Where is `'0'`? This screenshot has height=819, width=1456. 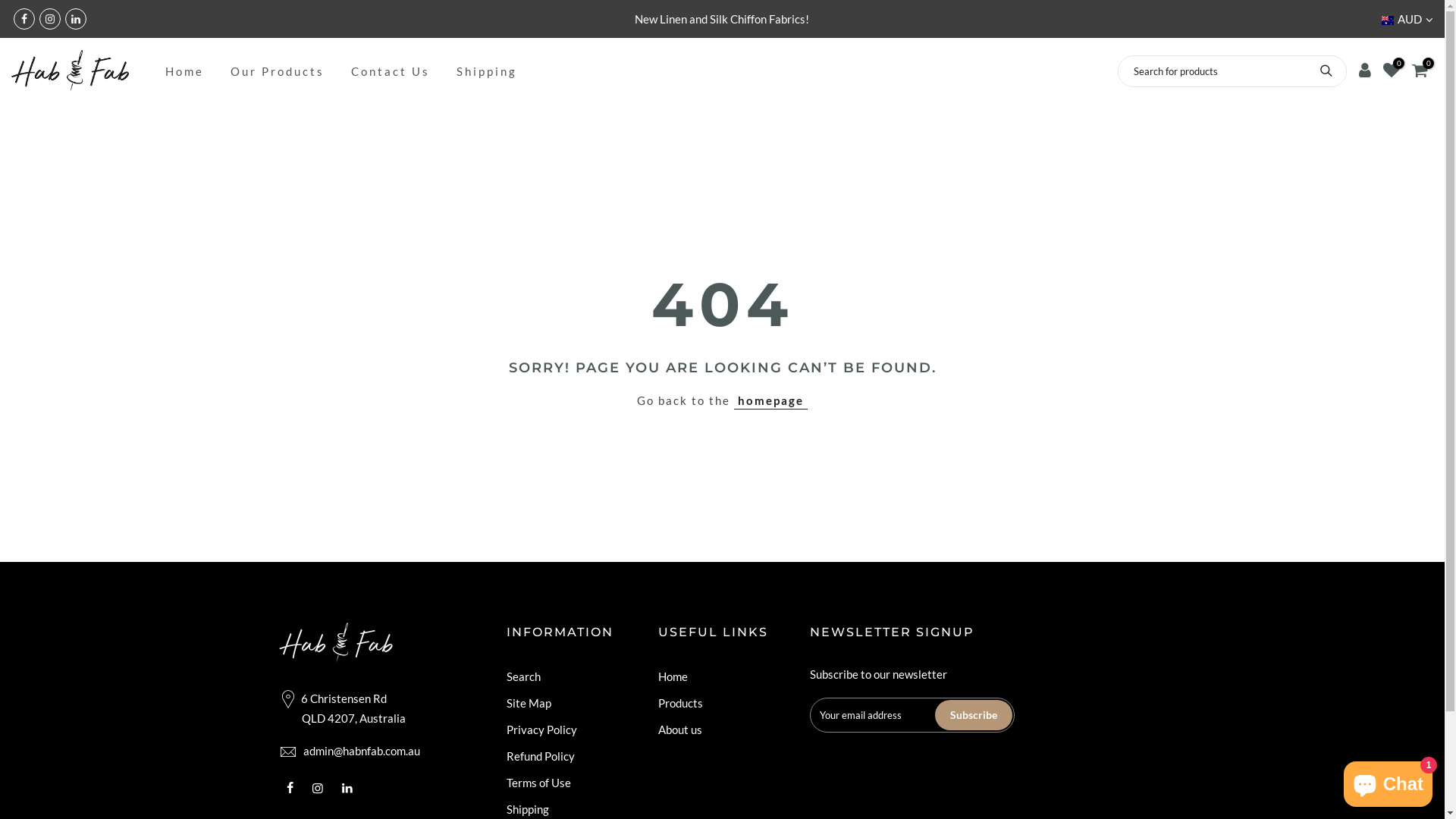 '0' is located at coordinates (1419, 71).